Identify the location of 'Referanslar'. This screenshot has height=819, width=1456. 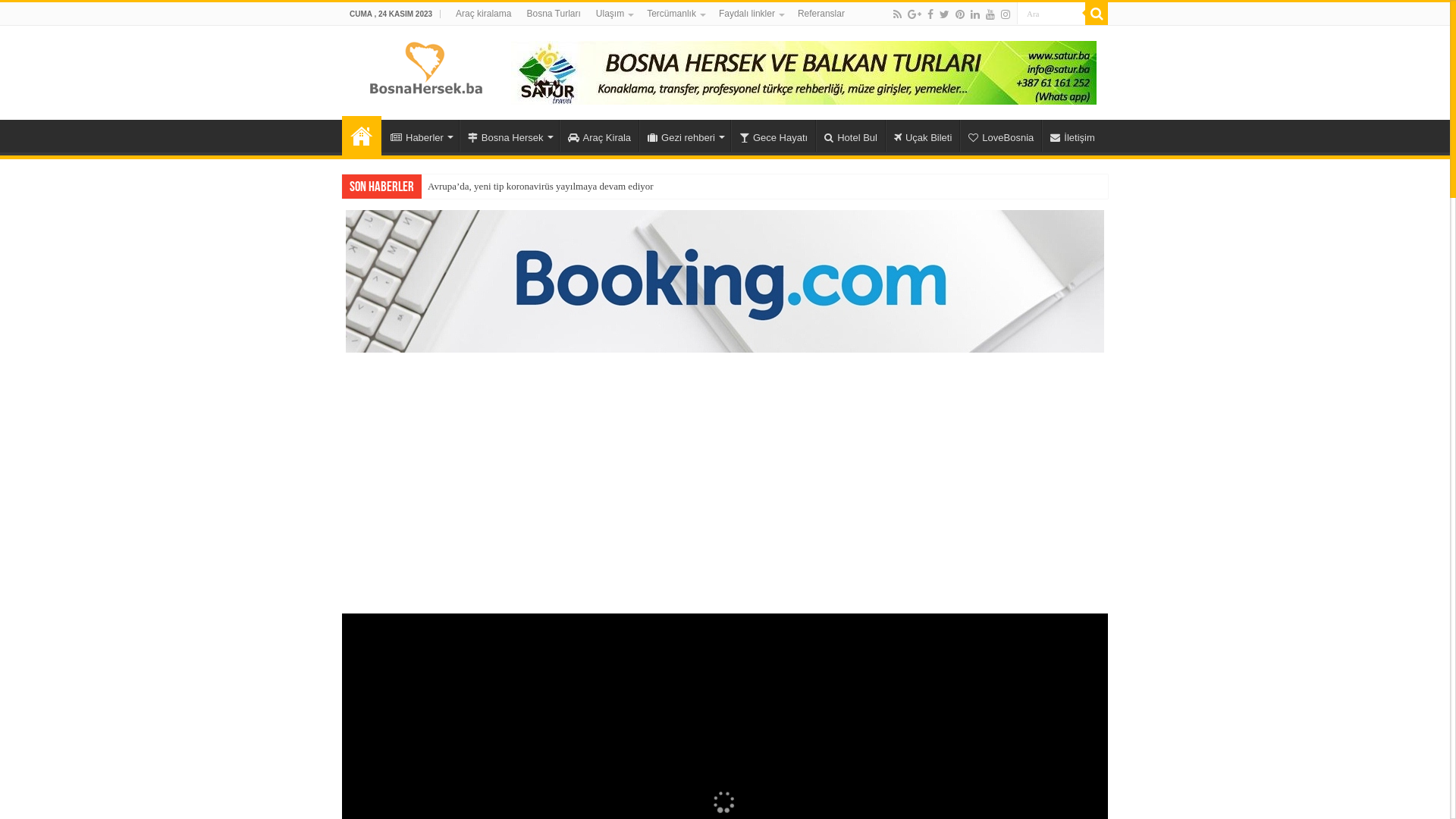
(821, 14).